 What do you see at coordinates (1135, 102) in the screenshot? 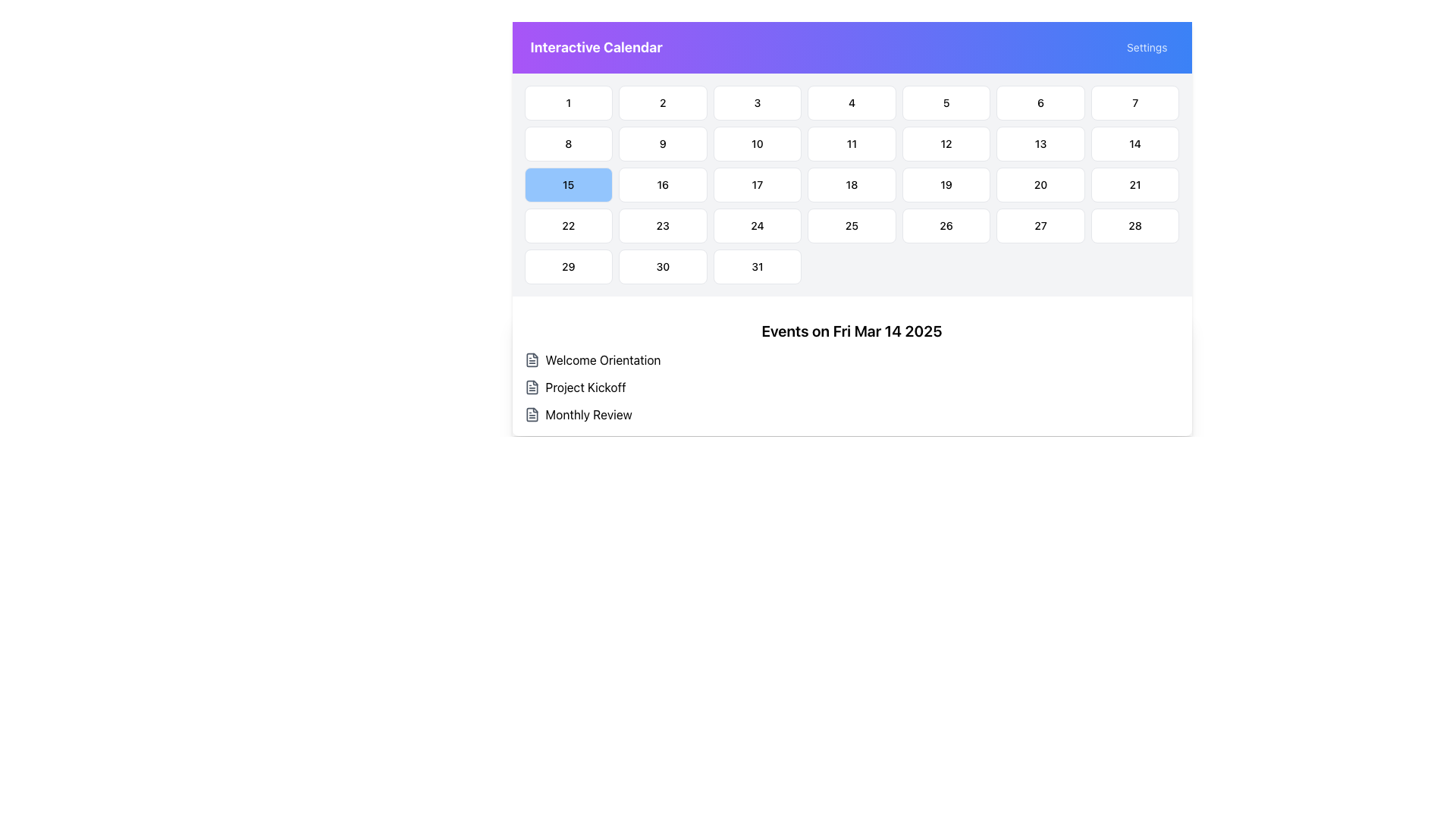
I see `the Text label representing the seventh day in the calendar, located in the top-right corner of the calendar grid, under the 'Settings' button` at bounding box center [1135, 102].